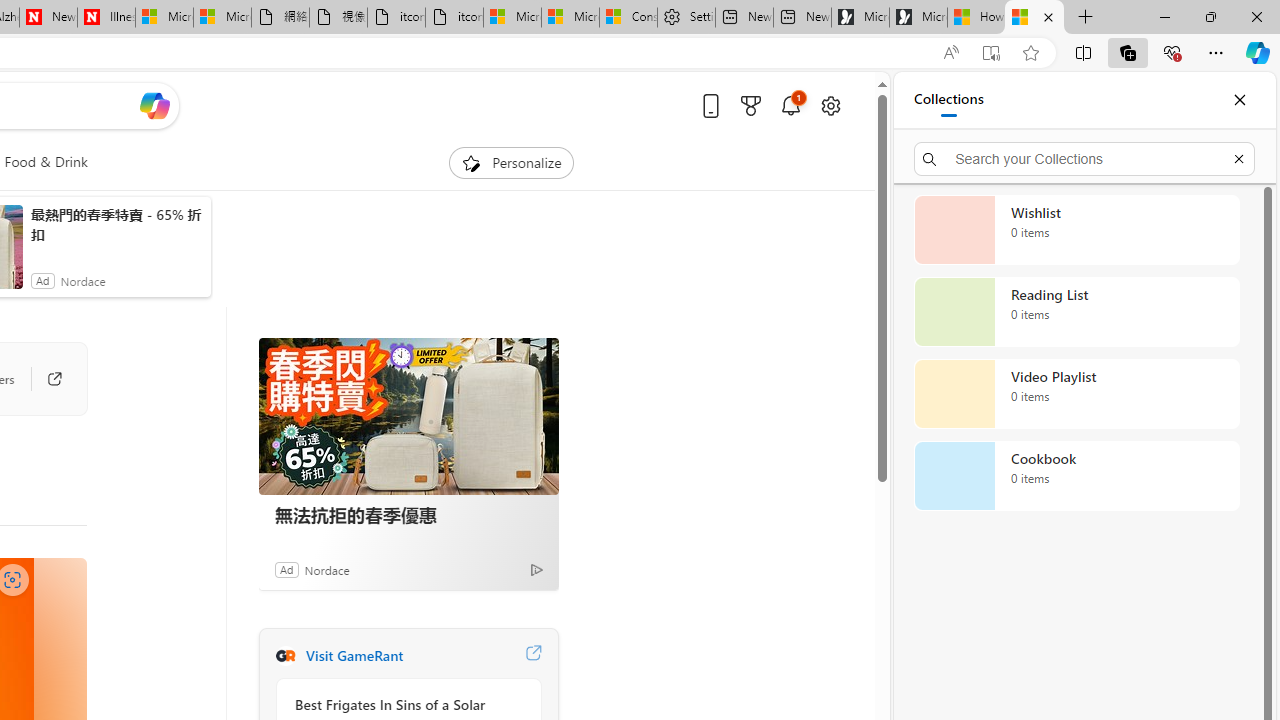 The image size is (1280, 720). What do you see at coordinates (917, 17) in the screenshot?
I see `'Microsoft Start Gaming'` at bounding box center [917, 17].